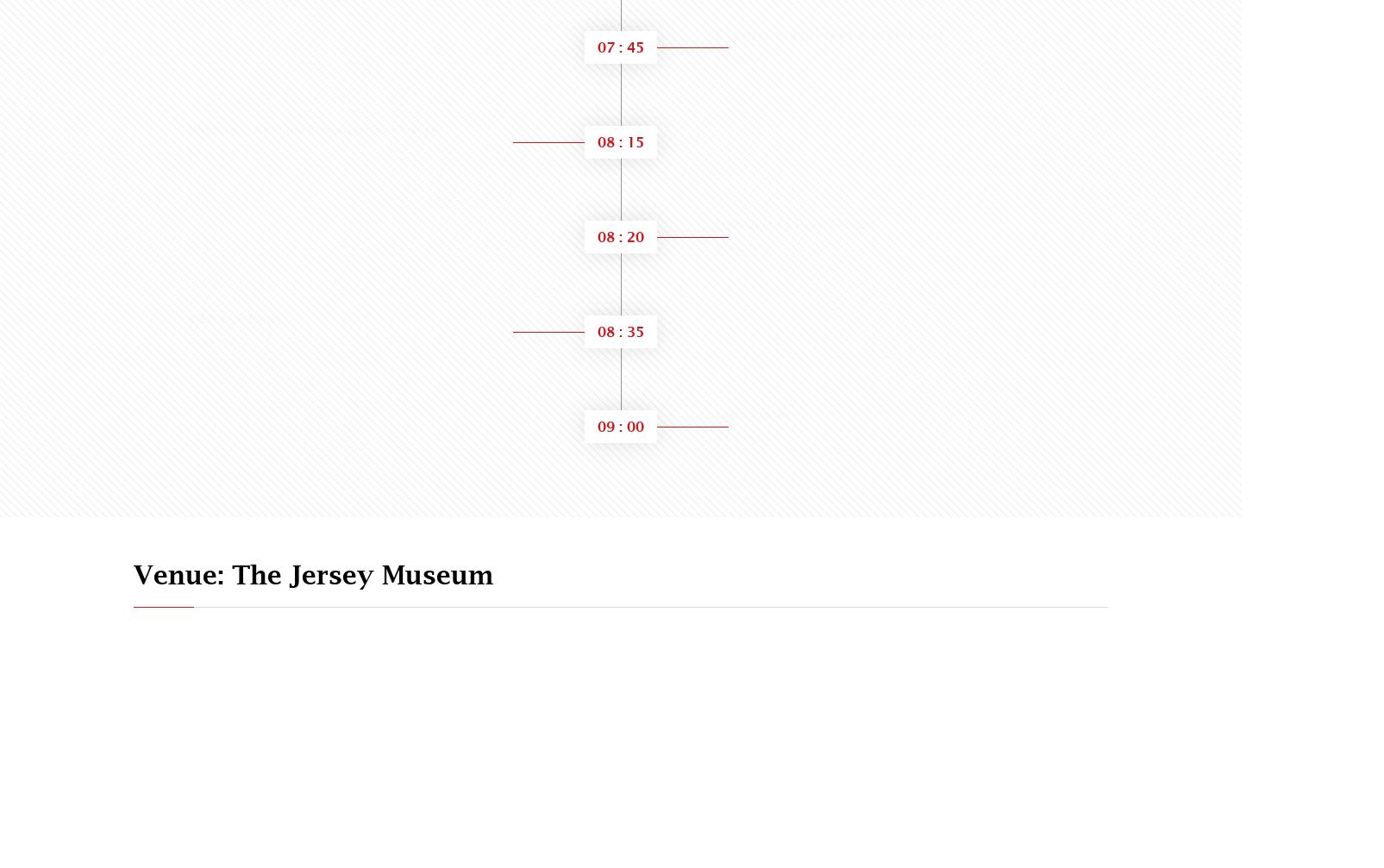 The image size is (1384, 868). What do you see at coordinates (598, 426) in the screenshot?
I see `'09 : 00'` at bounding box center [598, 426].